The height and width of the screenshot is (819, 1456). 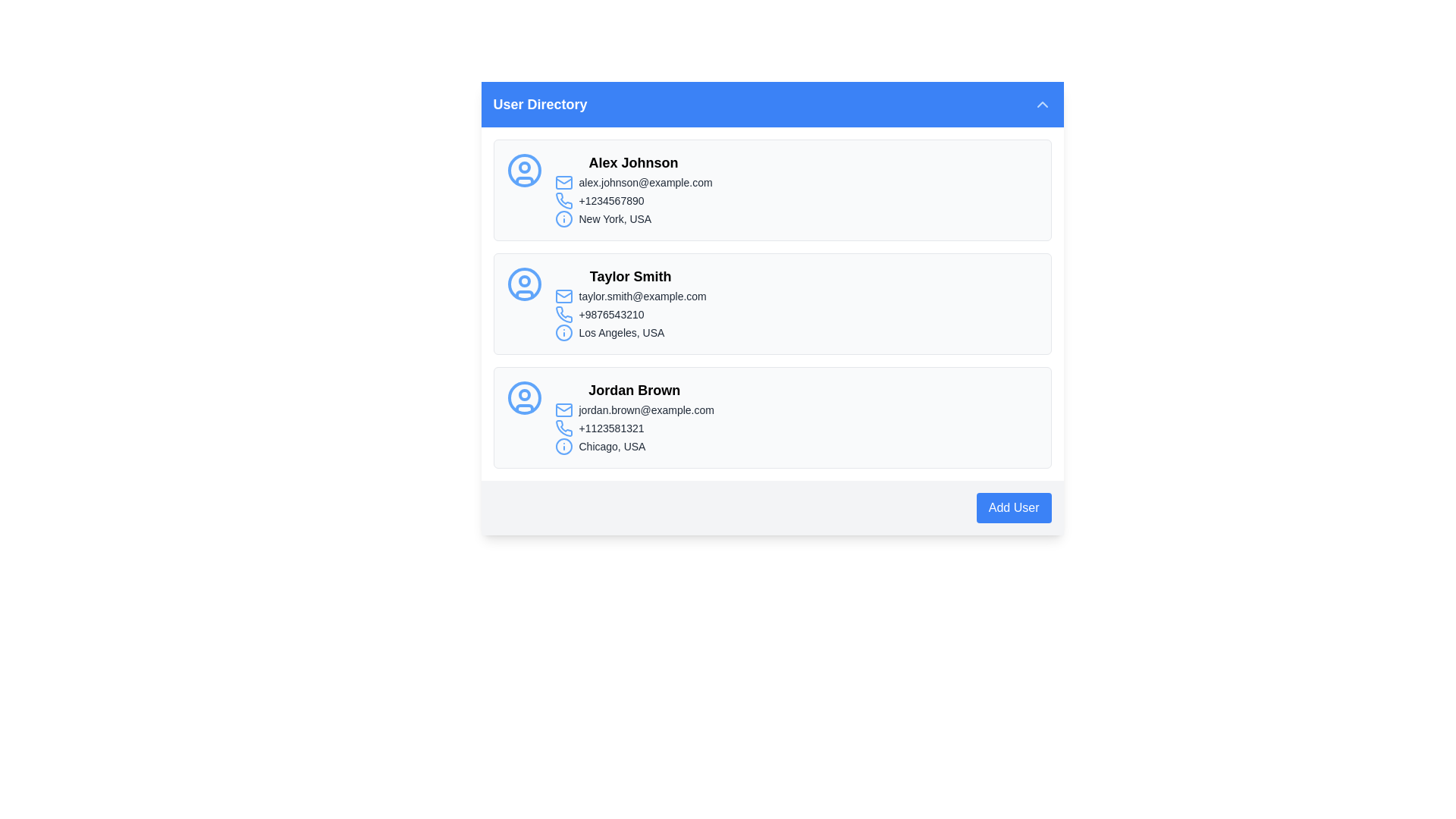 I want to click on the text label displaying the user's name in the third contact card of the directory, so click(x=634, y=390).